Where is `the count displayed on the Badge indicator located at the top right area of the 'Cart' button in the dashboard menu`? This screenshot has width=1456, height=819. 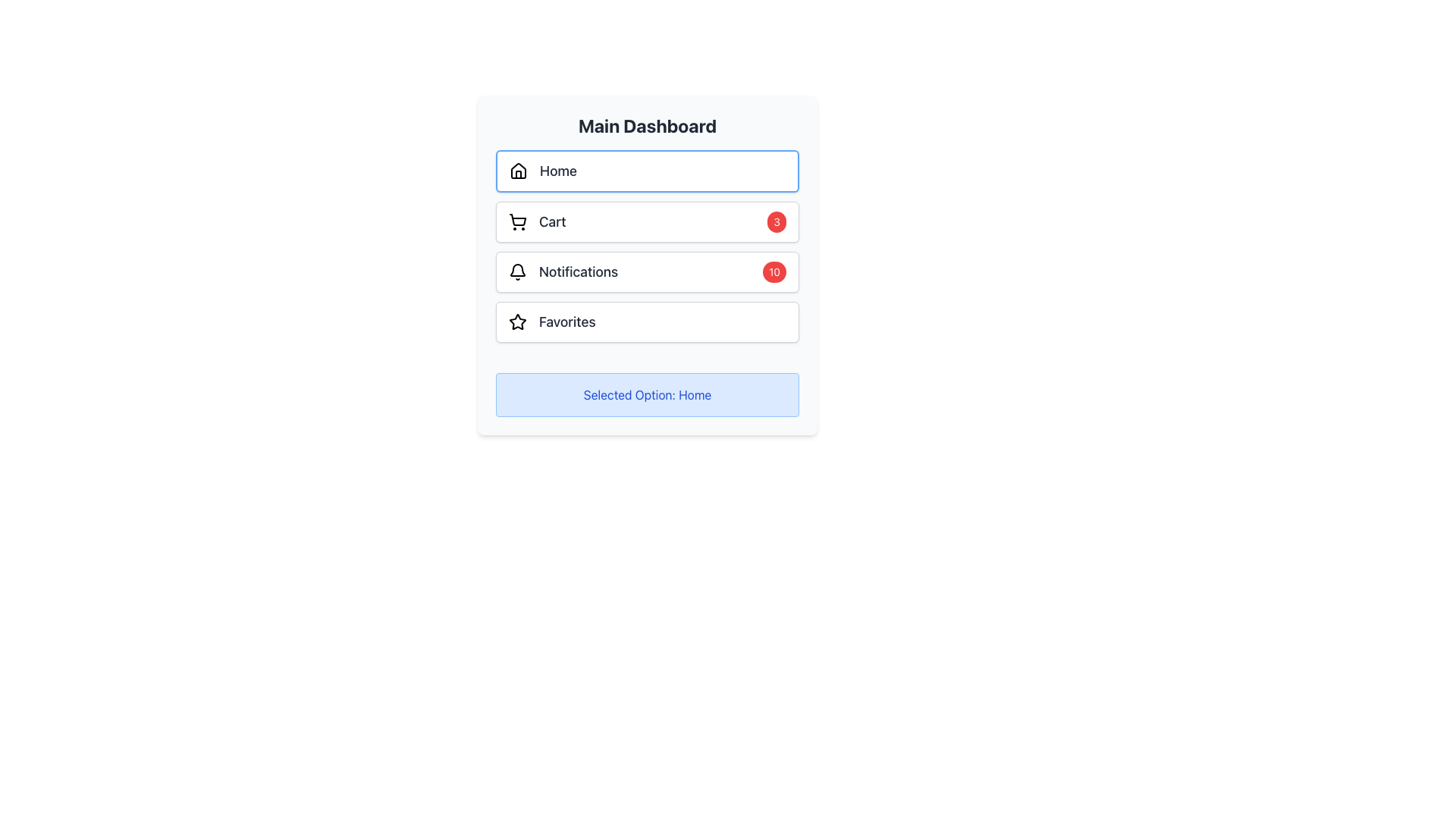
the count displayed on the Badge indicator located at the top right area of the 'Cart' button in the dashboard menu is located at coordinates (777, 222).